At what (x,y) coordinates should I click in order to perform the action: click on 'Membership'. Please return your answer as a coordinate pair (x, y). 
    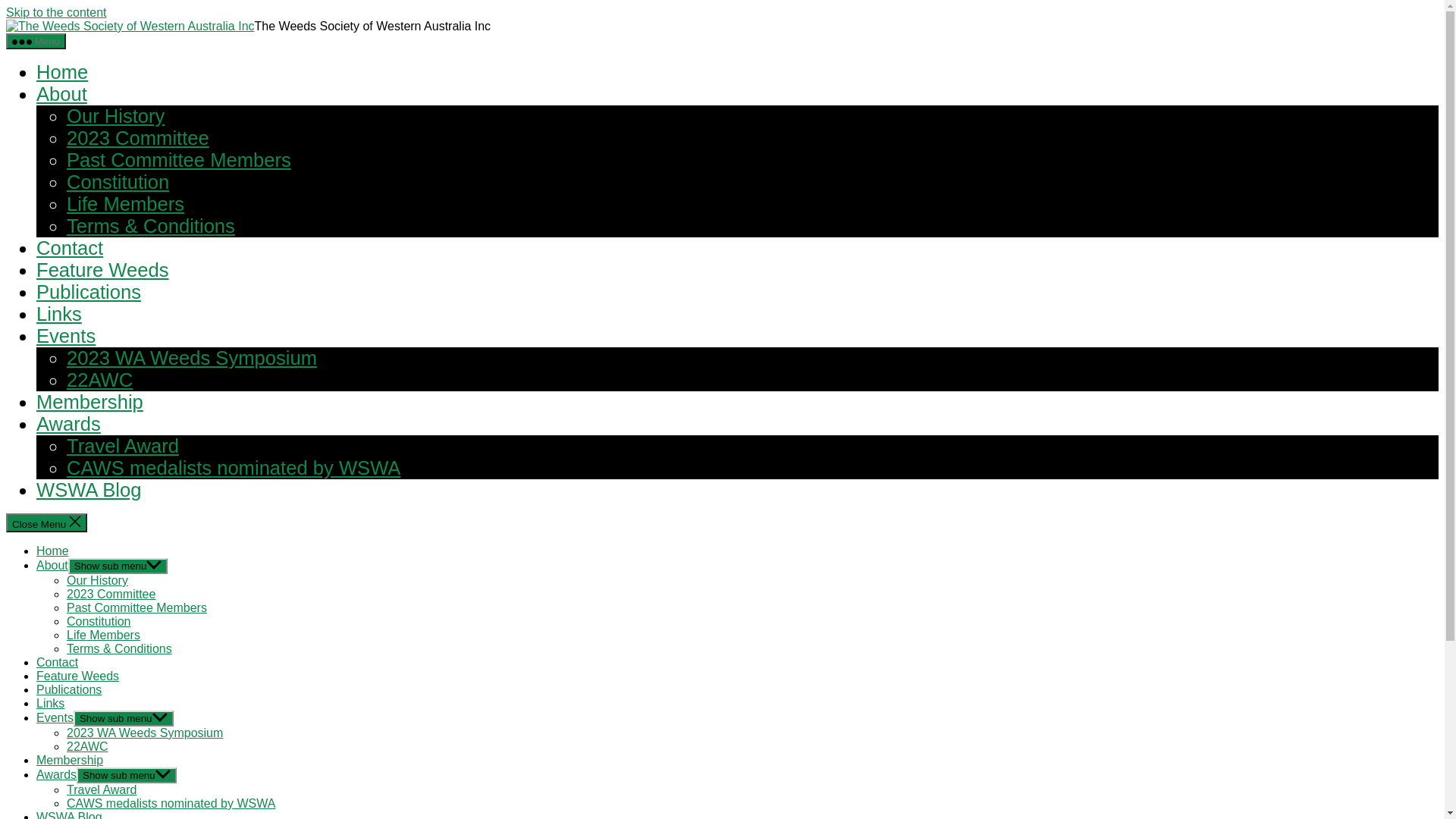
    Looking at the image, I should click on (89, 400).